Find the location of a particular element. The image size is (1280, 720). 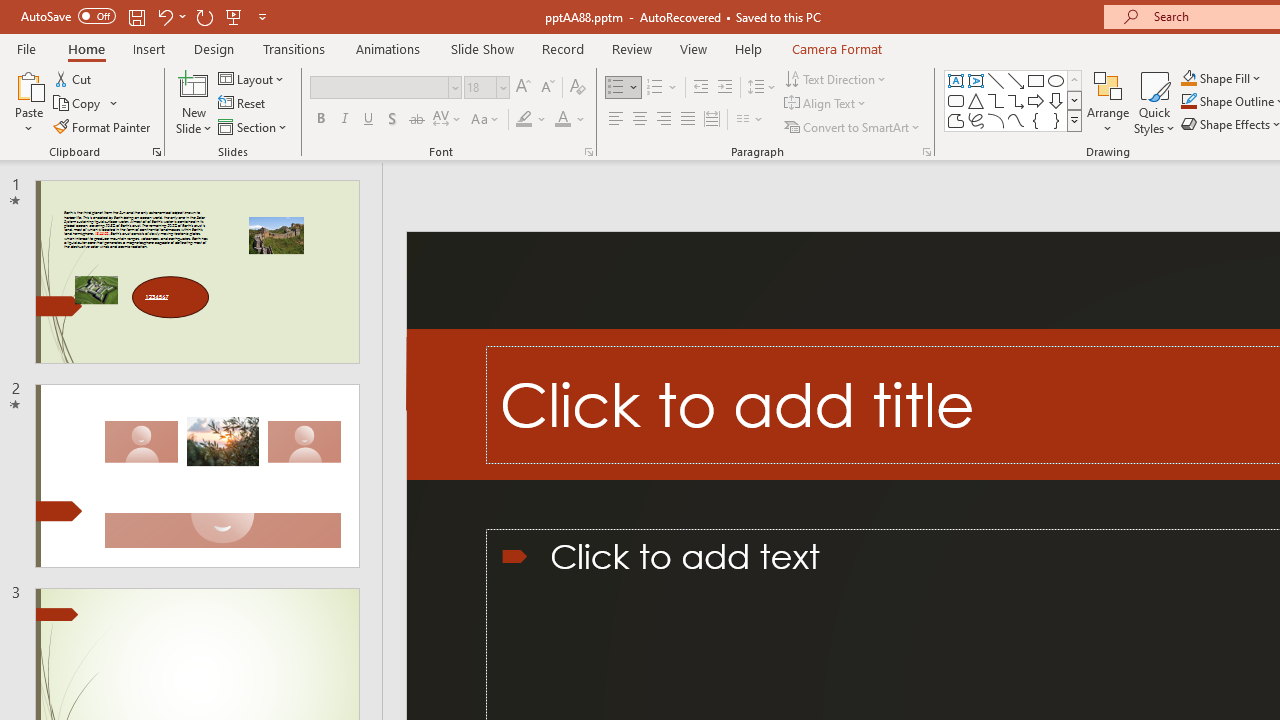

'Text Box' is located at coordinates (955, 80).